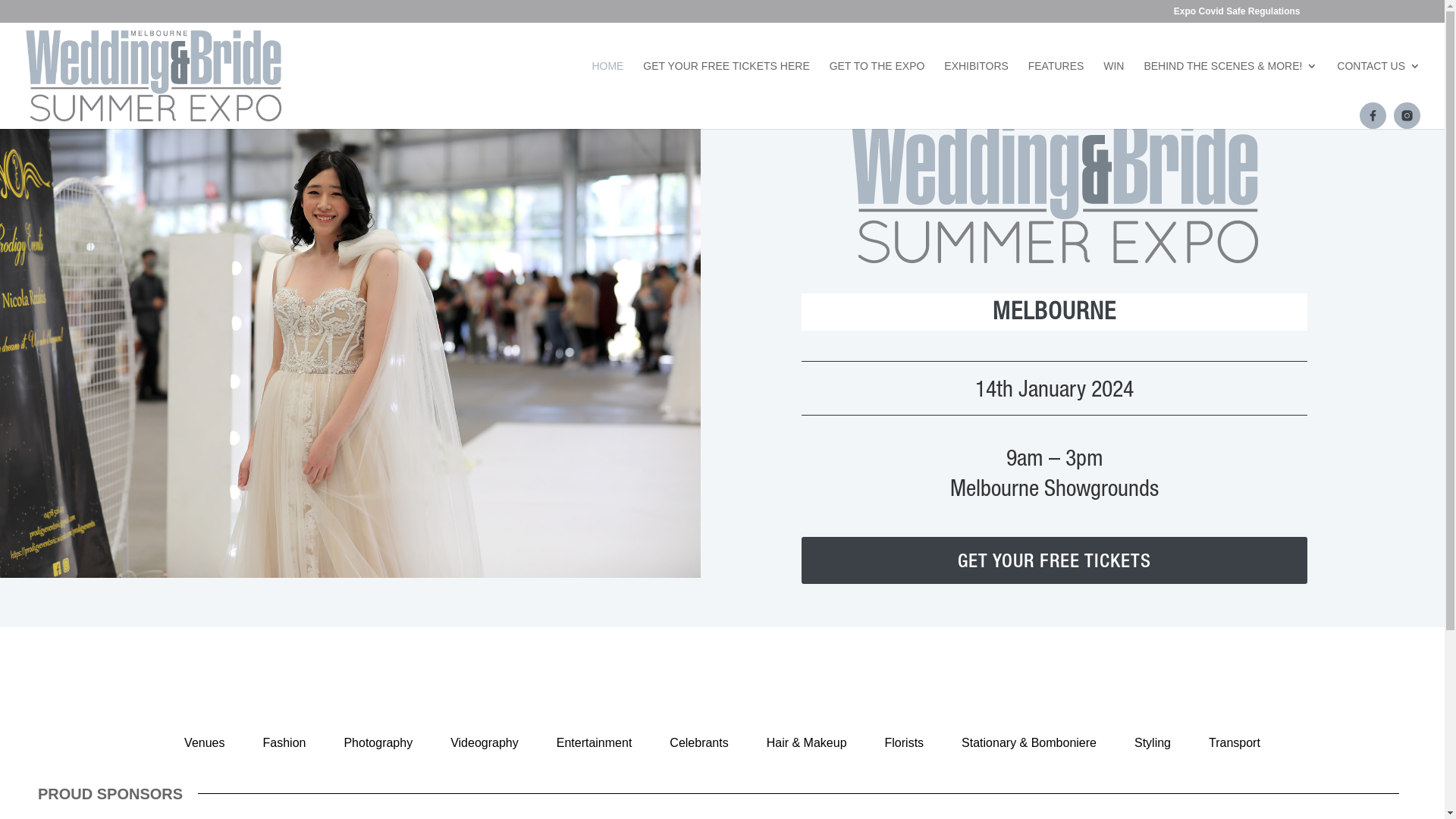  I want to click on 'GET TO THE EXPO', so click(877, 84).